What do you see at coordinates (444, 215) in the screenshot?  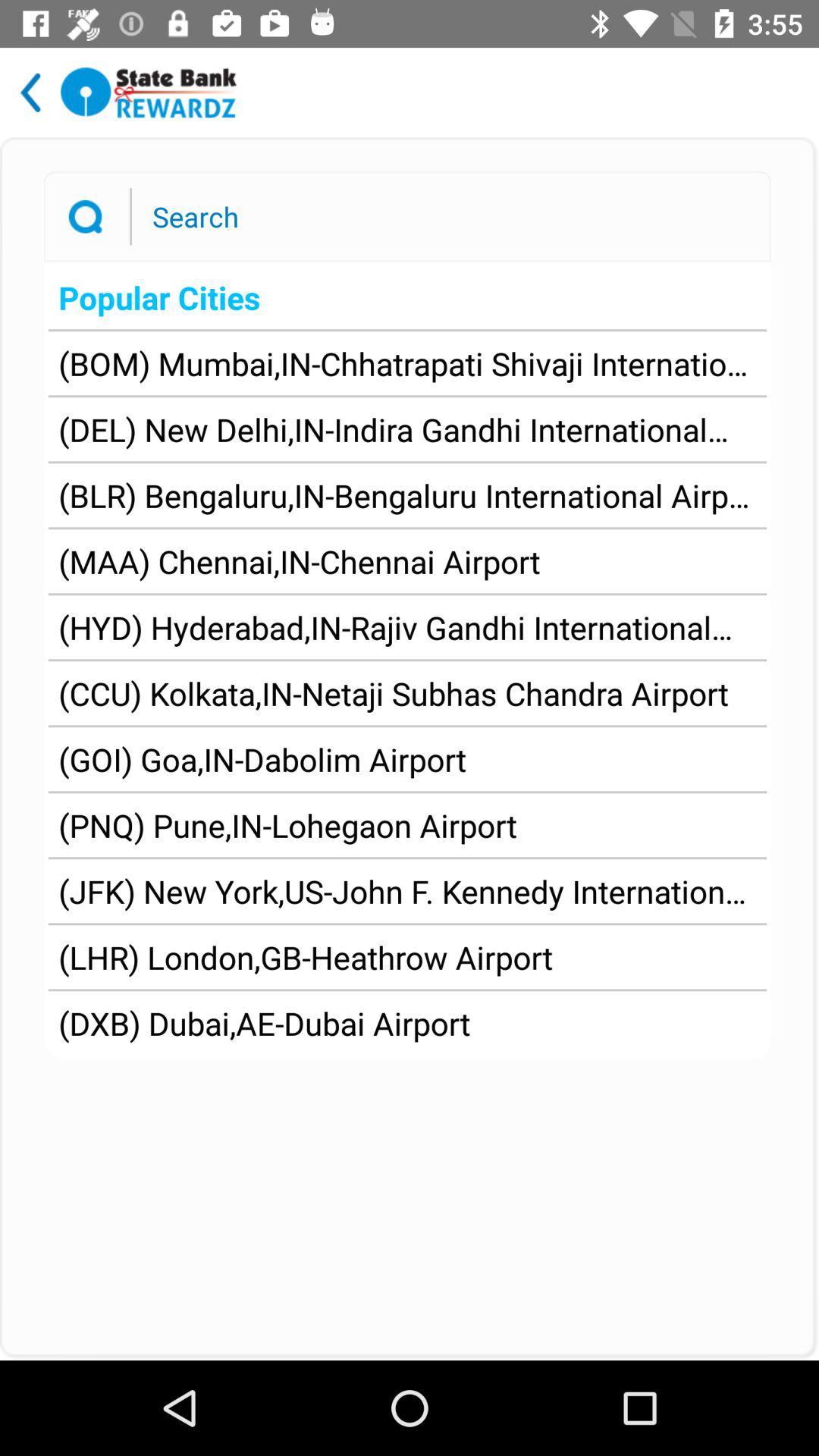 I see `text field to enter a search` at bounding box center [444, 215].